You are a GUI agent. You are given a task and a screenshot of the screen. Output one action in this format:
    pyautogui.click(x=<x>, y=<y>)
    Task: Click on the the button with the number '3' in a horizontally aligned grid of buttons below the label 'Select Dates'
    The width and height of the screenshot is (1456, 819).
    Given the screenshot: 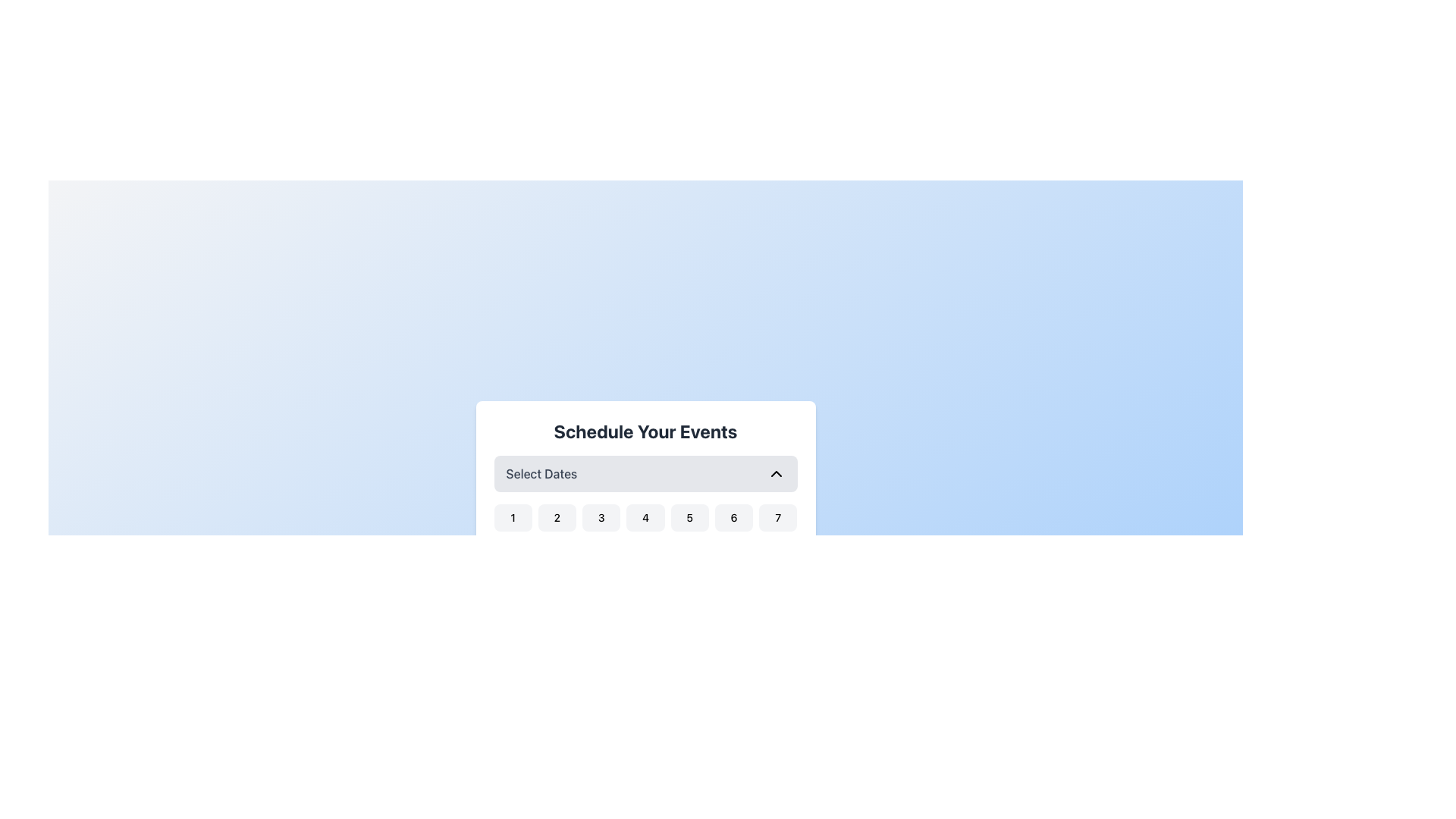 What is the action you would take?
    pyautogui.click(x=601, y=517)
    